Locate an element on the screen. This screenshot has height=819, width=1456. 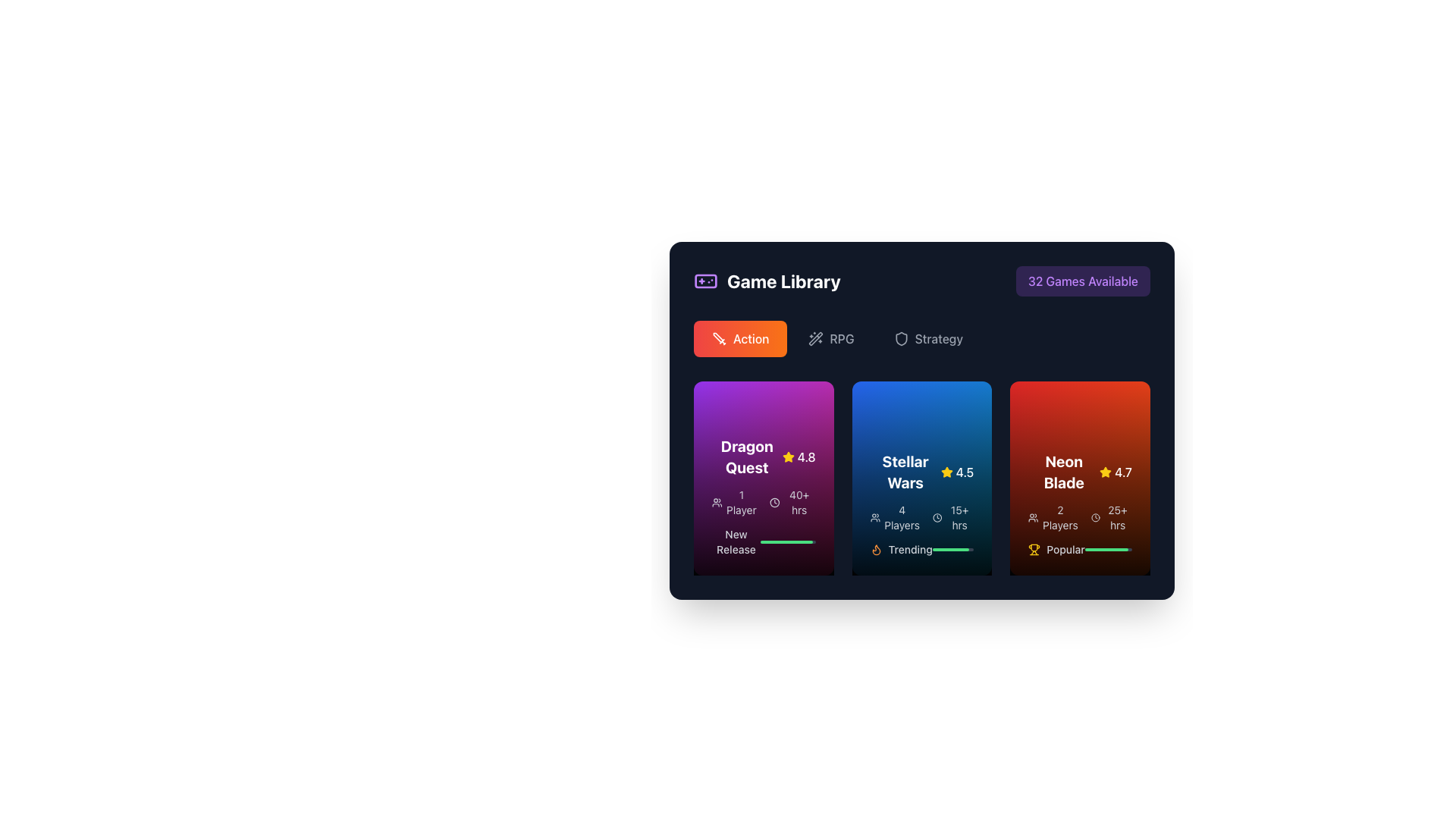
the 'Trending' text label, which is styled with a small-sized font, medium weight, and gray color, located near a flame-shaped icon in an orange hue within the 'Stellar Wars' game card is located at coordinates (910, 550).